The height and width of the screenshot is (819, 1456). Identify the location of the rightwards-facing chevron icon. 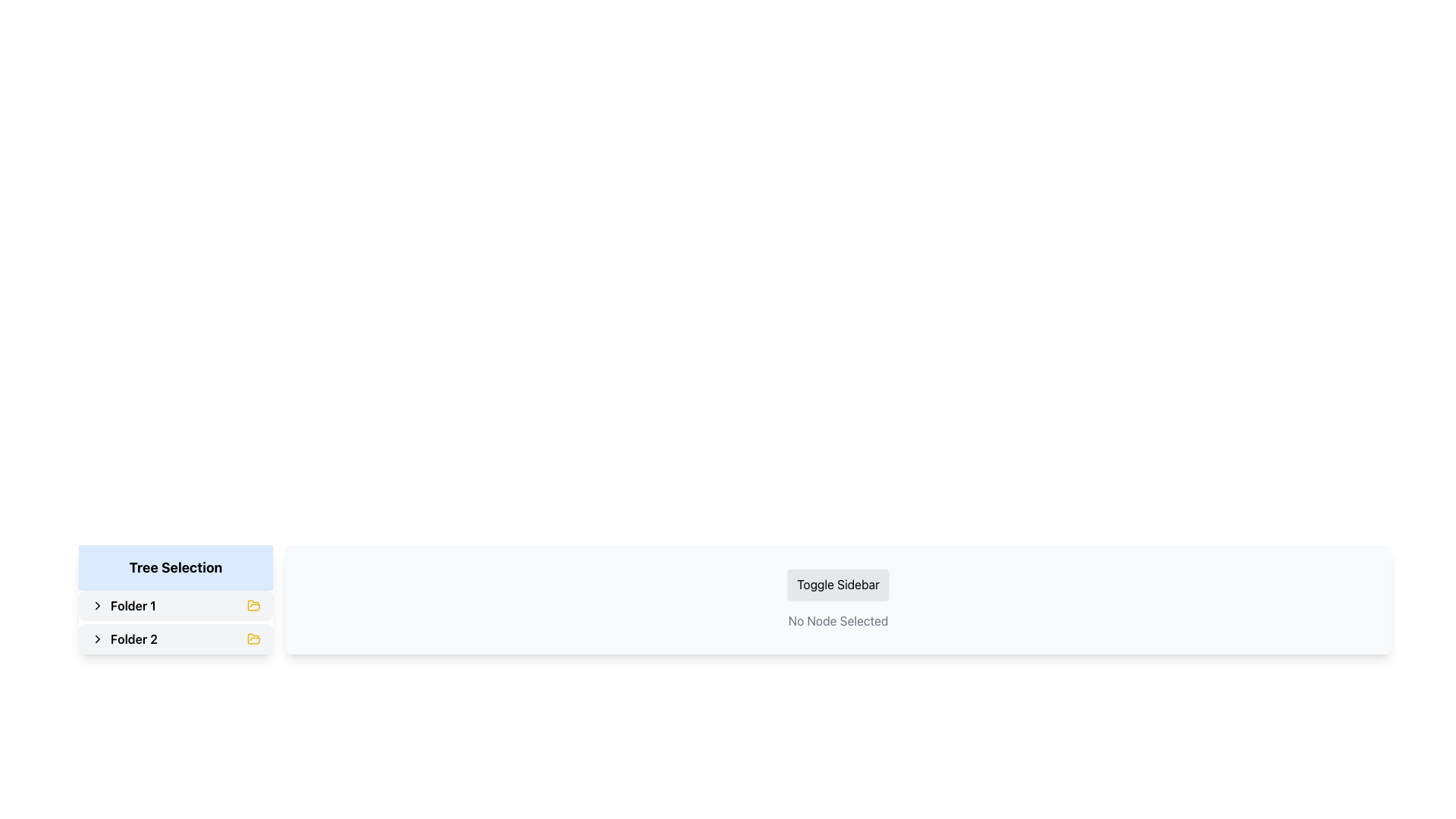
(97, 639).